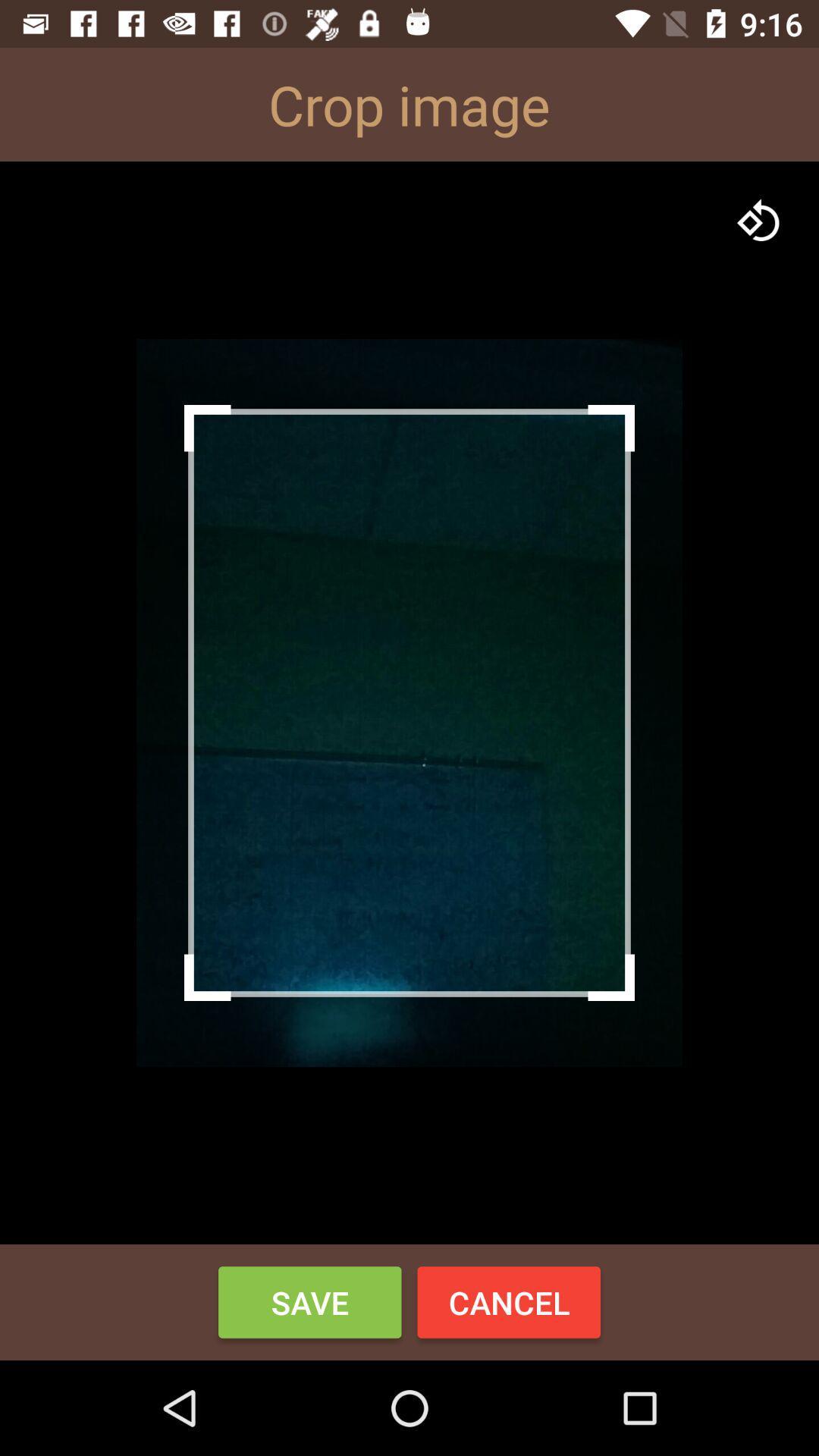 The width and height of the screenshot is (819, 1456). What do you see at coordinates (509, 1301) in the screenshot?
I see `the button to the right of save` at bounding box center [509, 1301].